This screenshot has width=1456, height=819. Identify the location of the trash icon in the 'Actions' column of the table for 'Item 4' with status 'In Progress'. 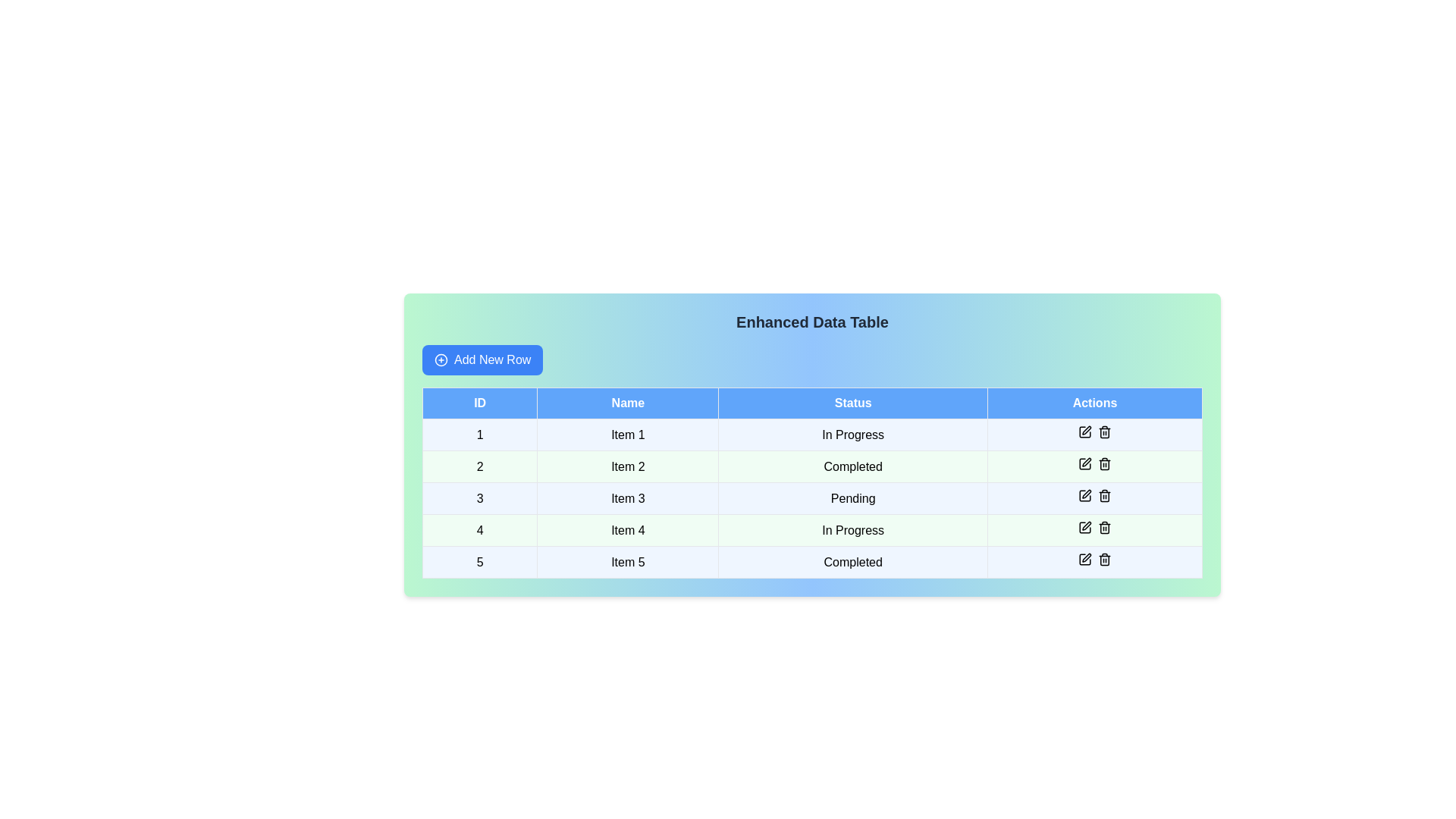
(1095, 529).